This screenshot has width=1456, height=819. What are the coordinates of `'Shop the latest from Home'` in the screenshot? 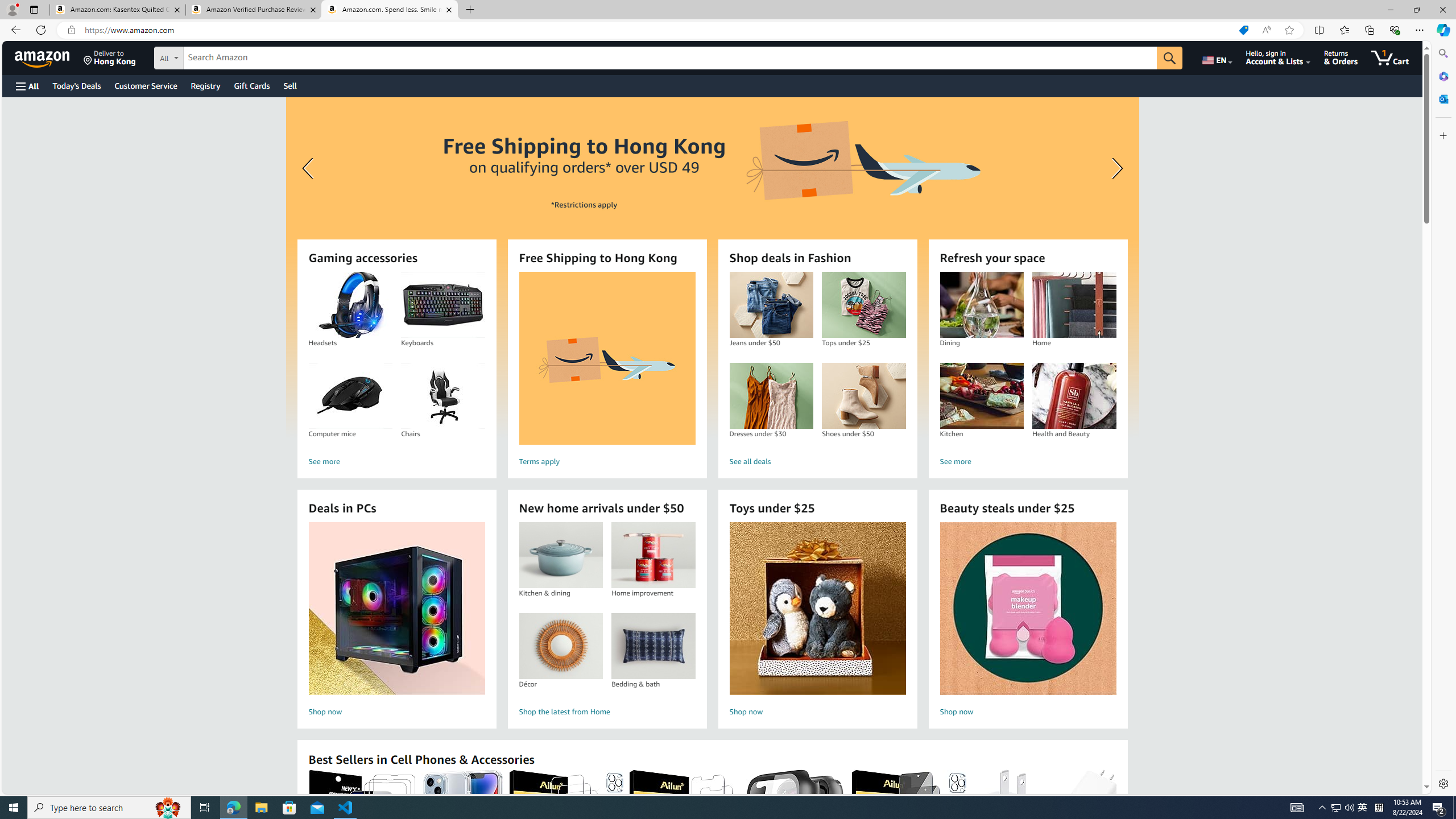 It's located at (607, 712).